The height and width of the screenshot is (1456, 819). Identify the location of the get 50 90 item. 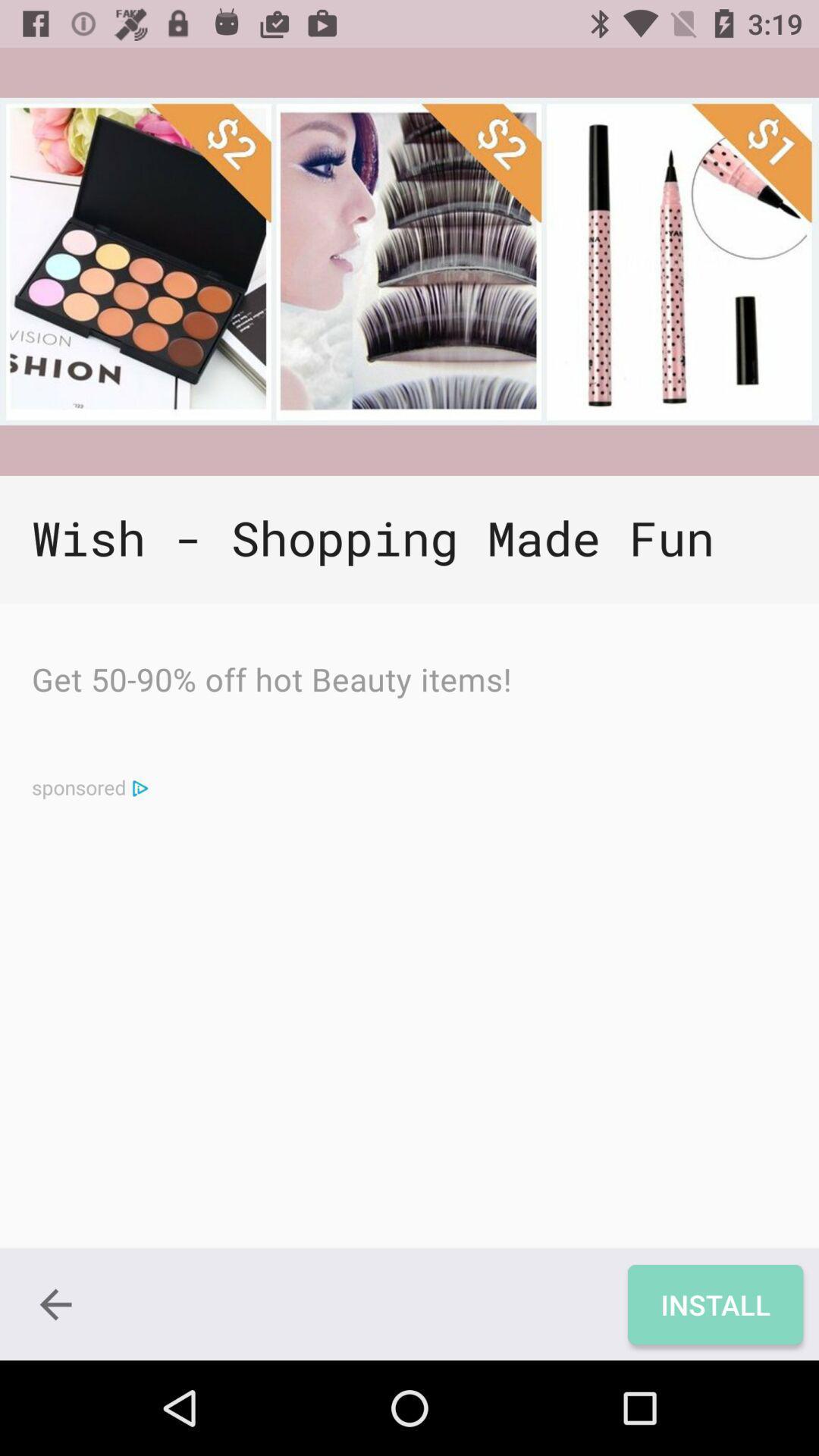
(271, 682).